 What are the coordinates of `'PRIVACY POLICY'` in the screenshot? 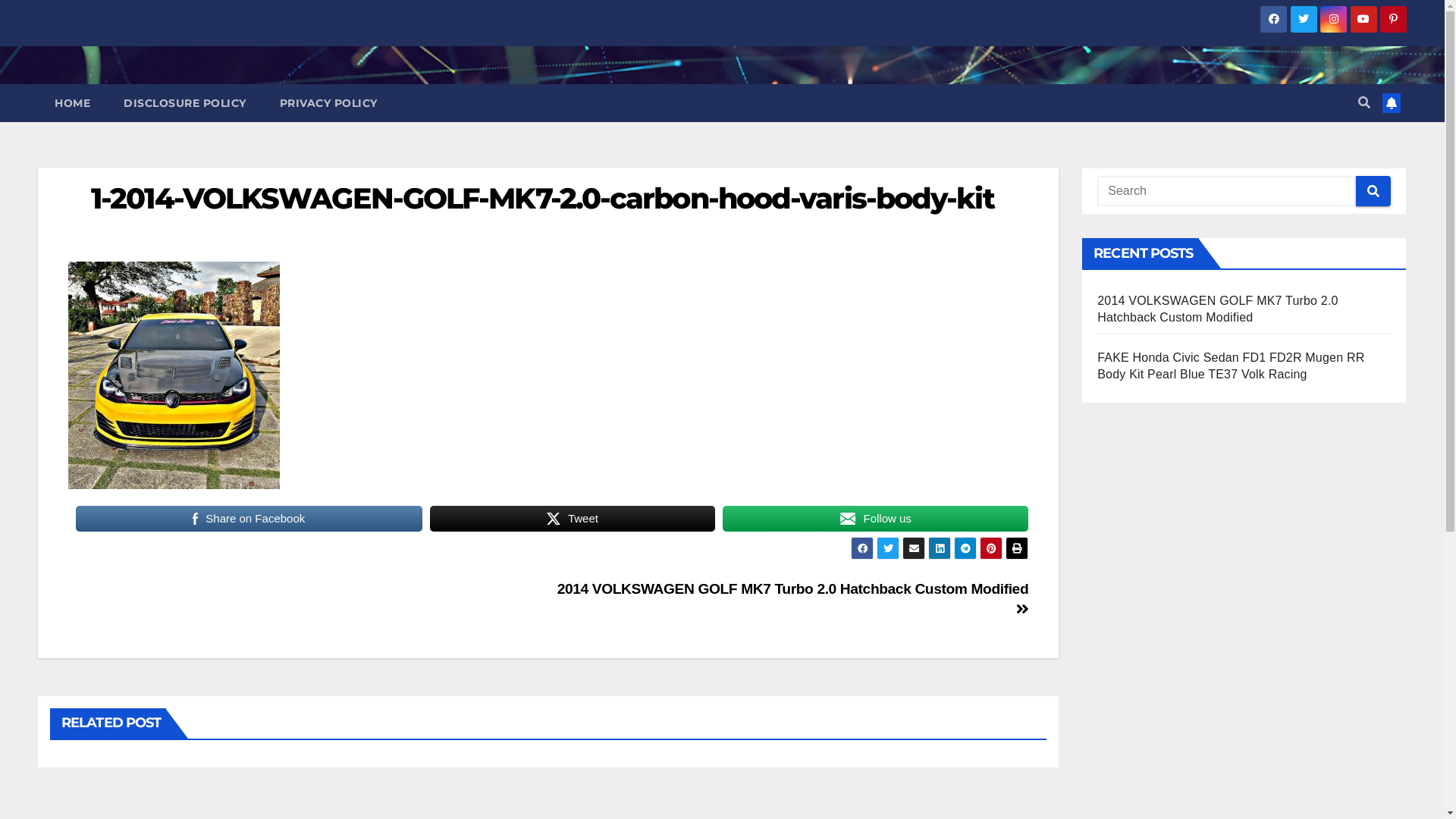 It's located at (327, 102).